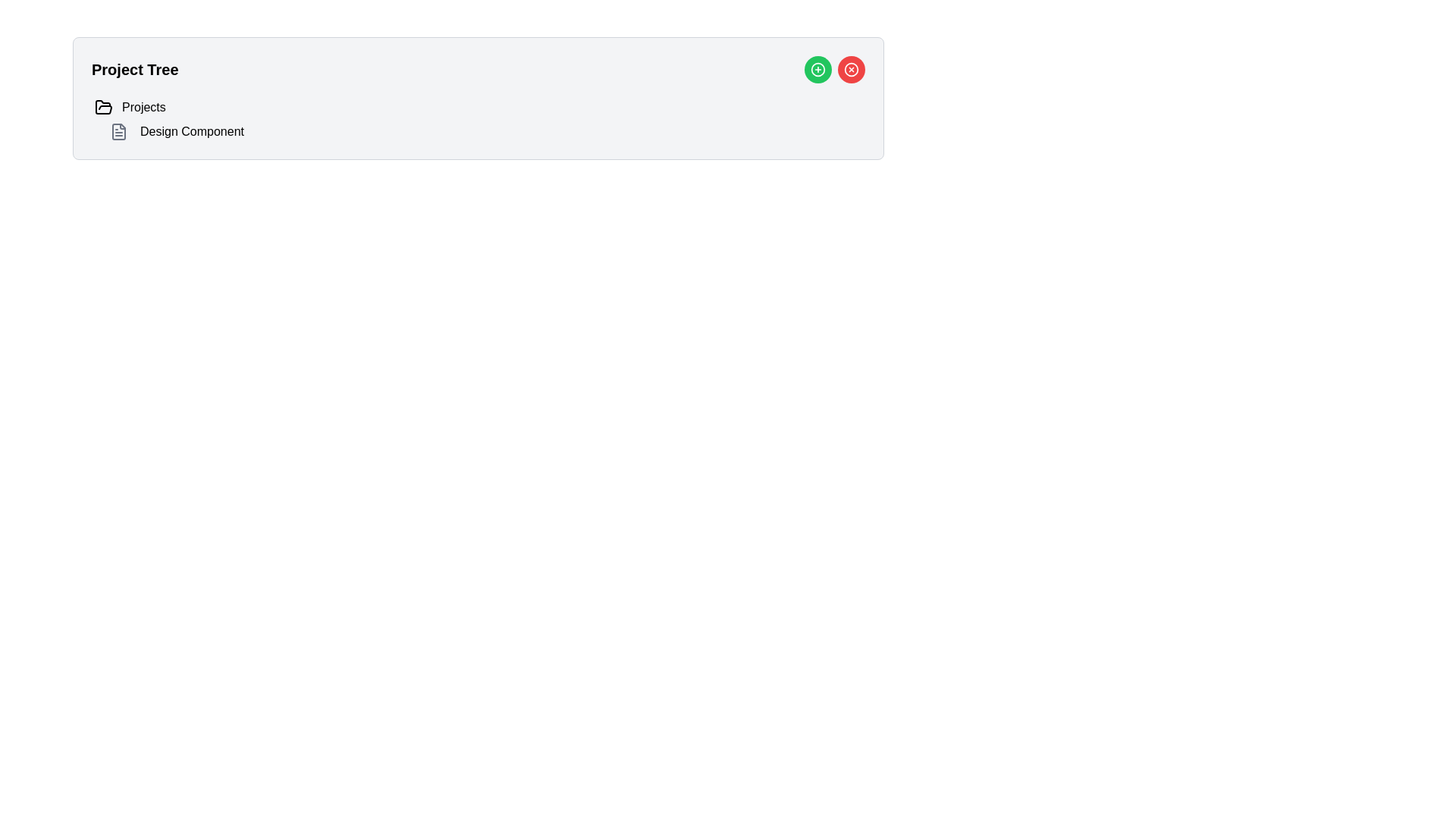 The height and width of the screenshot is (819, 1456). Describe the element at coordinates (852, 70) in the screenshot. I see `the circular component of the close icon located in the top-right corner of the panel, which features an overlapping cross mark` at that location.